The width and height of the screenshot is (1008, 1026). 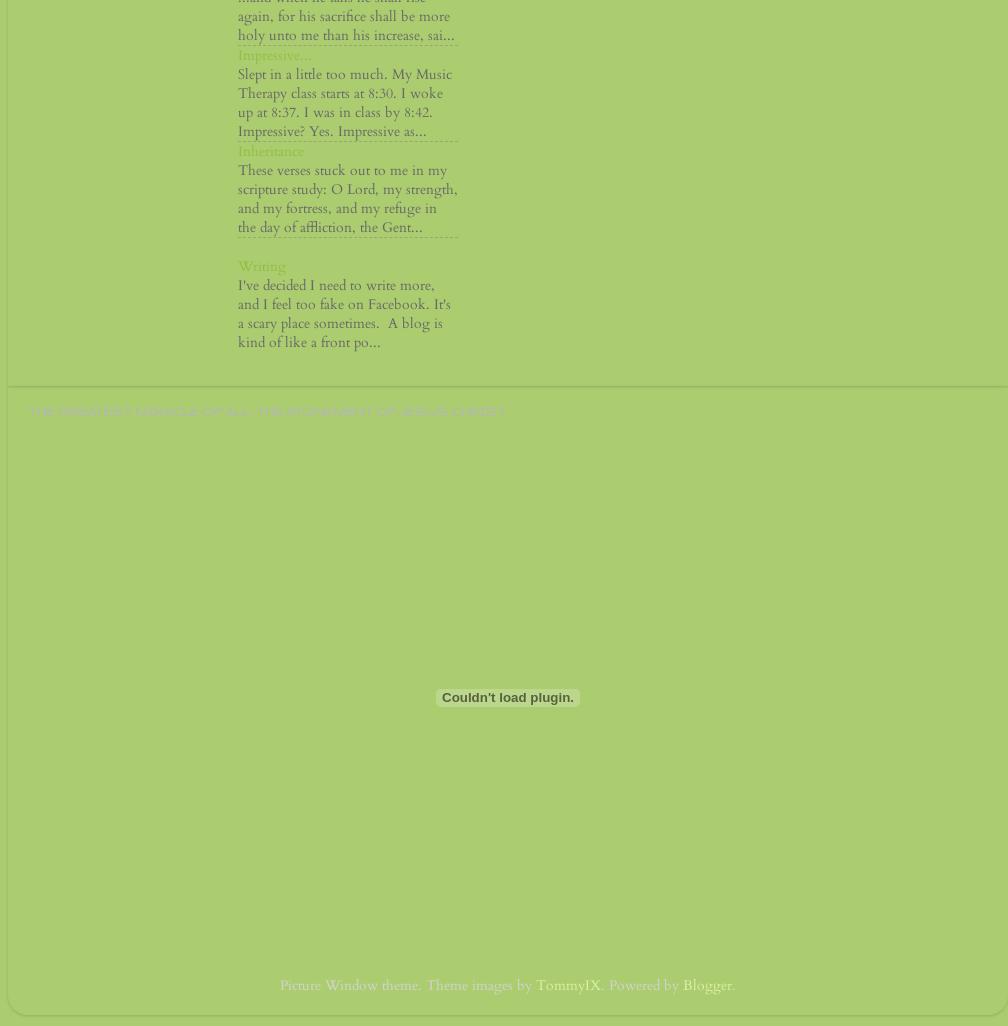 I want to click on 'Slept in a little too much. My Music Therapy class starts at 8:30. I woke up at 8:37. I was in class by 8:42. Impressive? Yes. Impressive as...', so click(x=345, y=103).